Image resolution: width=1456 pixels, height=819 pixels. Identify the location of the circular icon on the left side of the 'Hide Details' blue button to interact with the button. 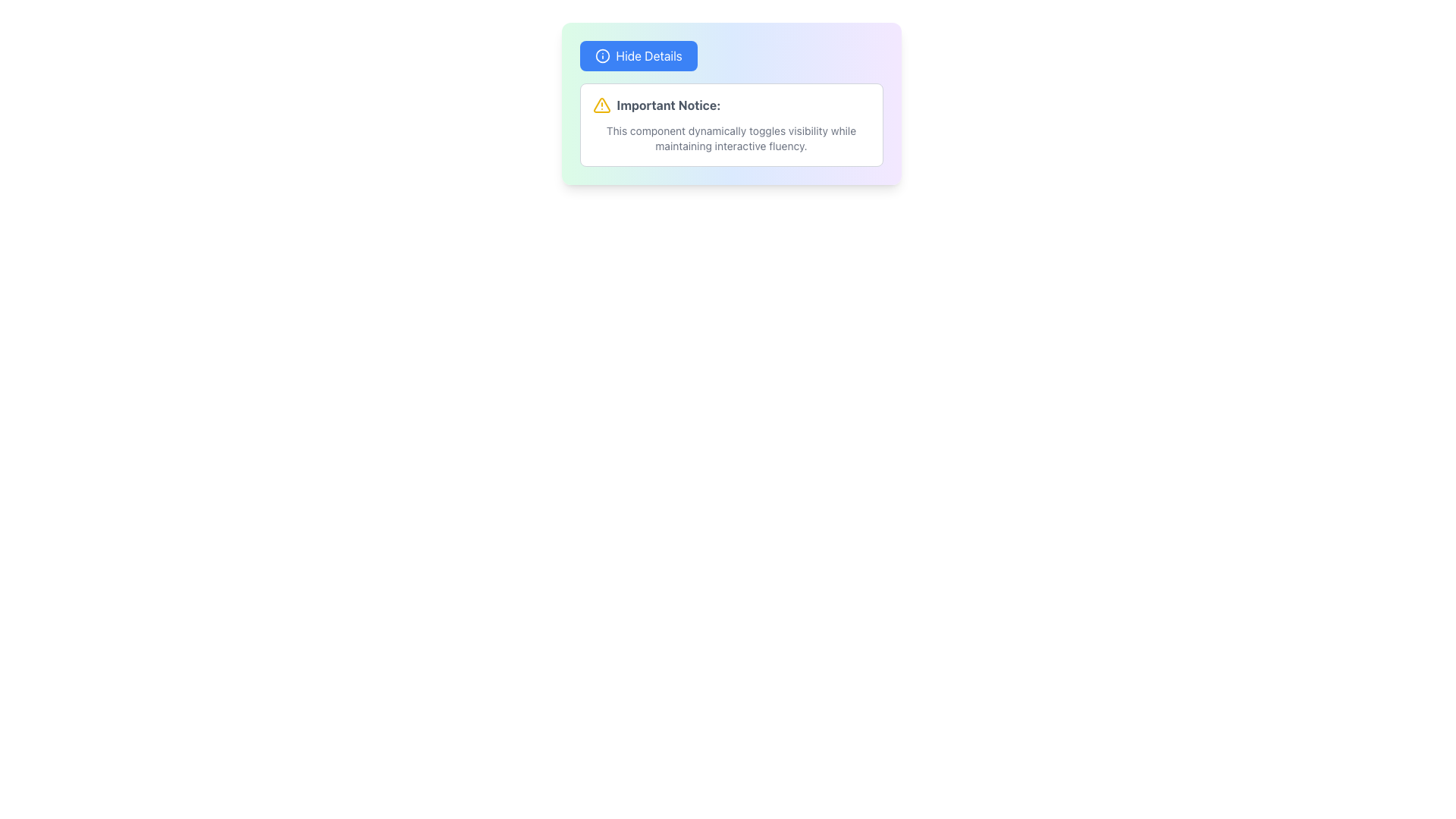
(601, 55).